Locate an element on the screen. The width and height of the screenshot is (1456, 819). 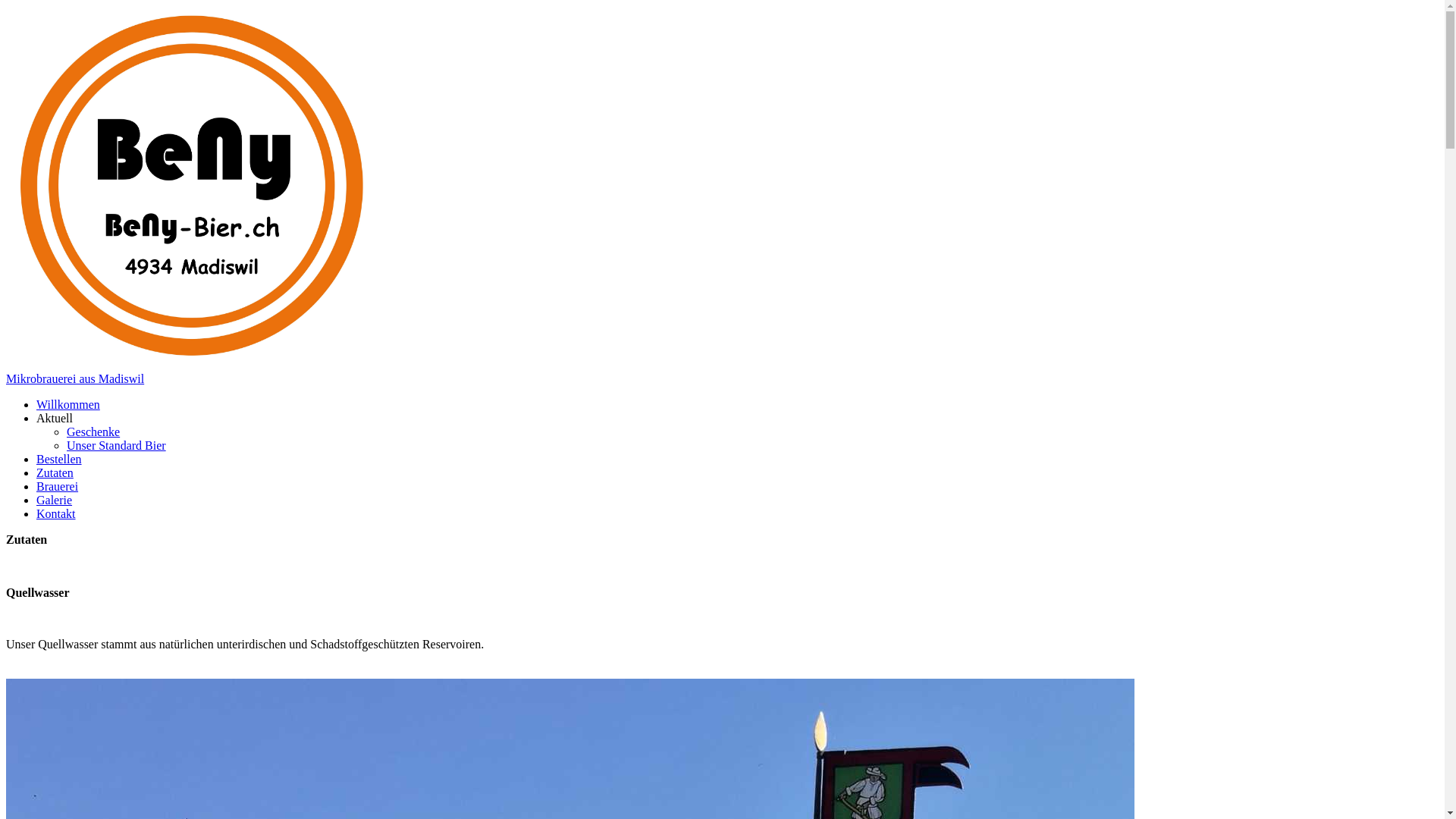
'Willkommen' is located at coordinates (36, 403).